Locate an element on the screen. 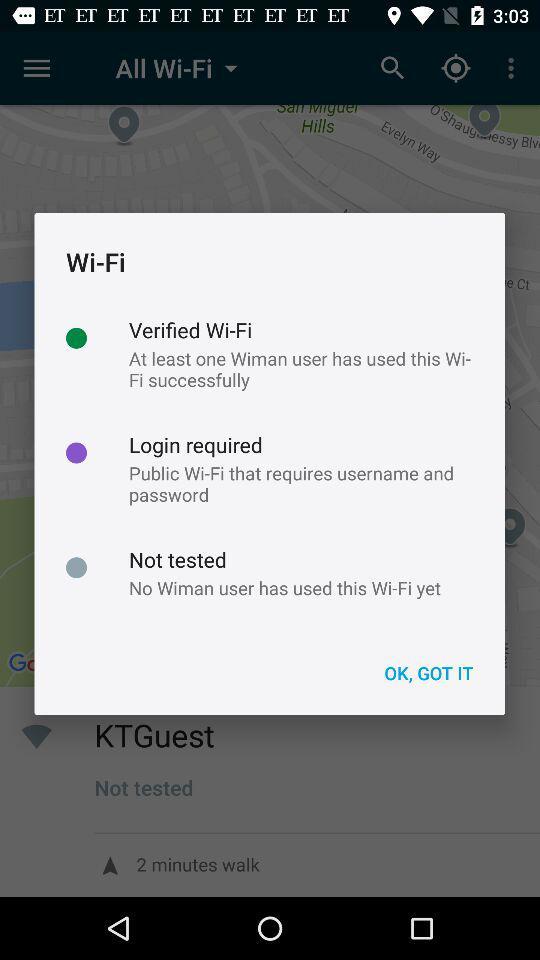 The image size is (540, 960). the ok, got it icon is located at coordinates (427, 673).